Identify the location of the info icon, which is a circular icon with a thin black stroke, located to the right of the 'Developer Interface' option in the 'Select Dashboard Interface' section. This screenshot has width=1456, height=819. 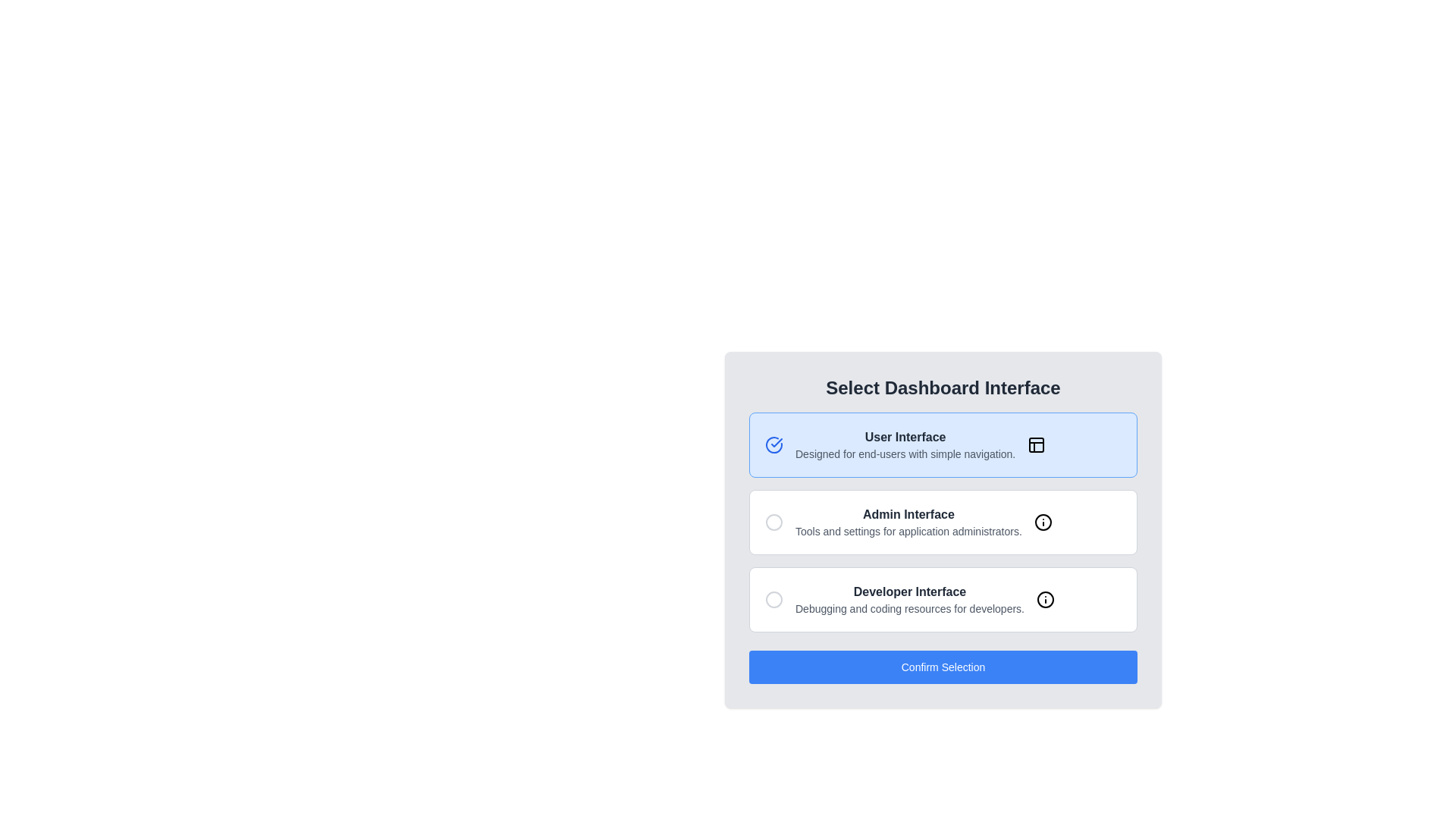
(1044, 598).